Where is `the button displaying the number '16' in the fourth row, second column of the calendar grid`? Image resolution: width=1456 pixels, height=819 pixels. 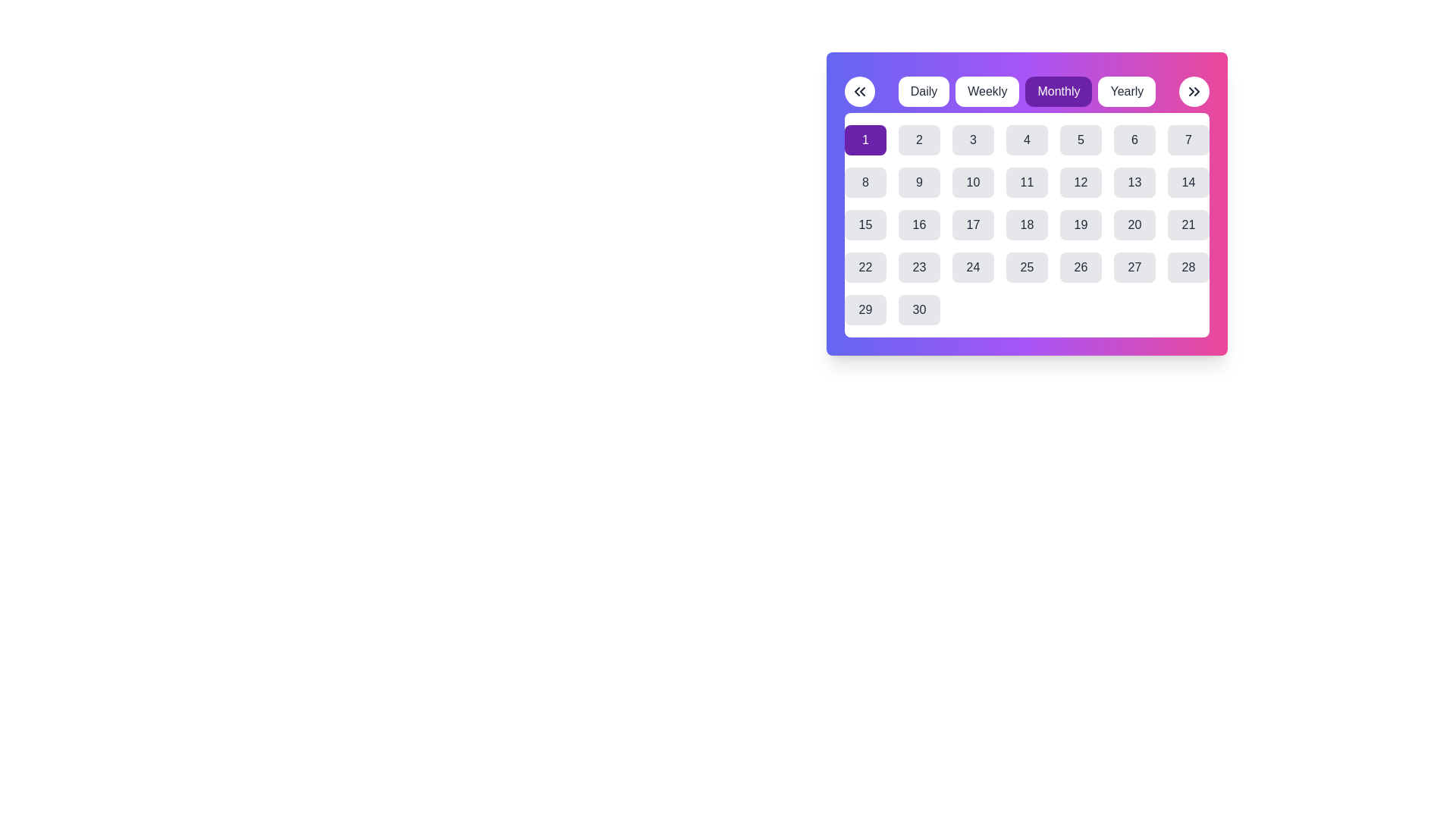
the button displaying the number '16' in the fourth row, second column of the calendar grid is located at coordinates (918, 225).